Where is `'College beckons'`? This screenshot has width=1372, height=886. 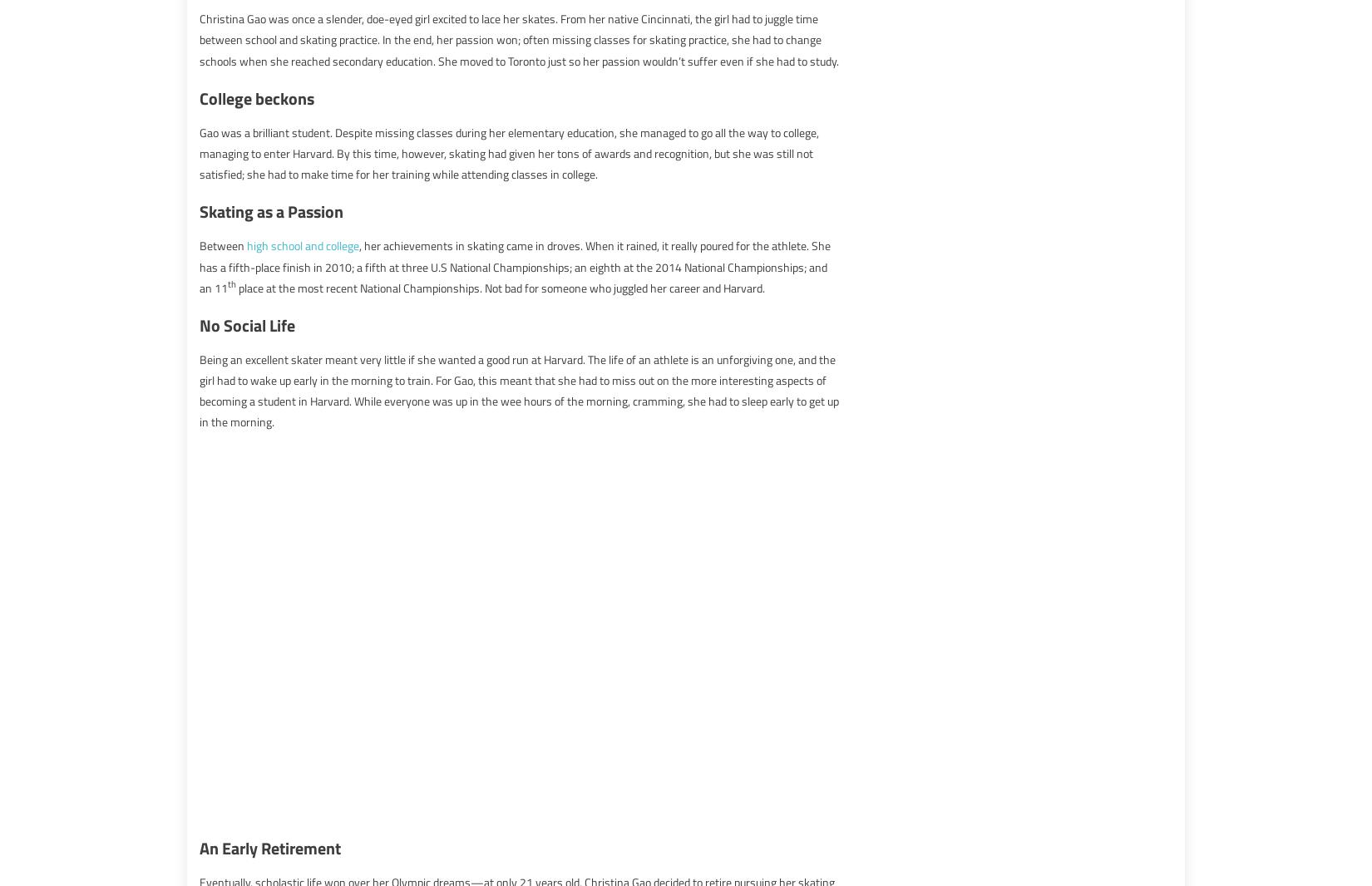 'College beckons' is located at coordinates (257, 96).